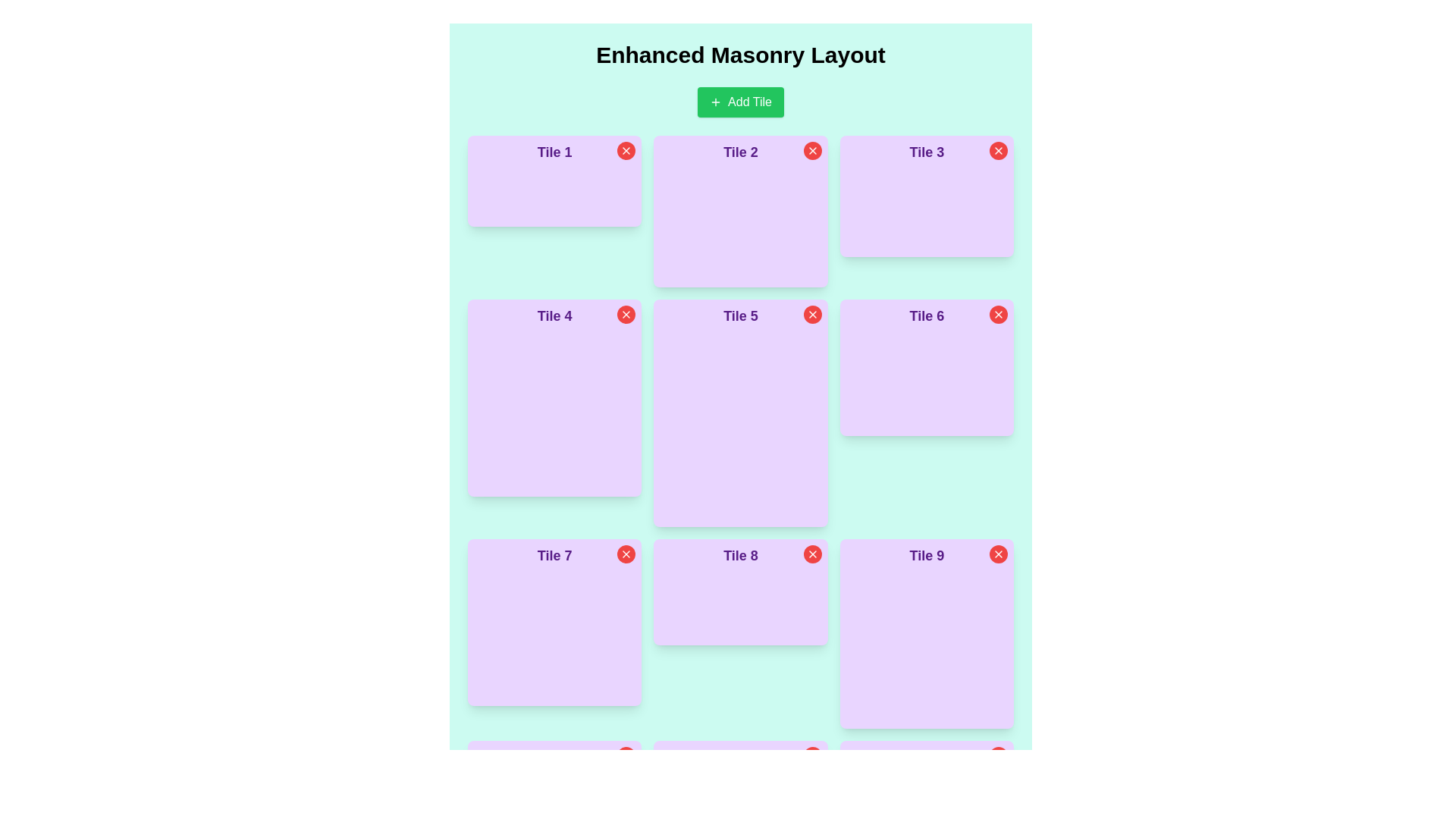  Describe the element at coordinates (626, 314) in the screenshot. I see `the red circular close button with a white '×' symbol located in the top-right corner of 'Tile 5'` at that location.